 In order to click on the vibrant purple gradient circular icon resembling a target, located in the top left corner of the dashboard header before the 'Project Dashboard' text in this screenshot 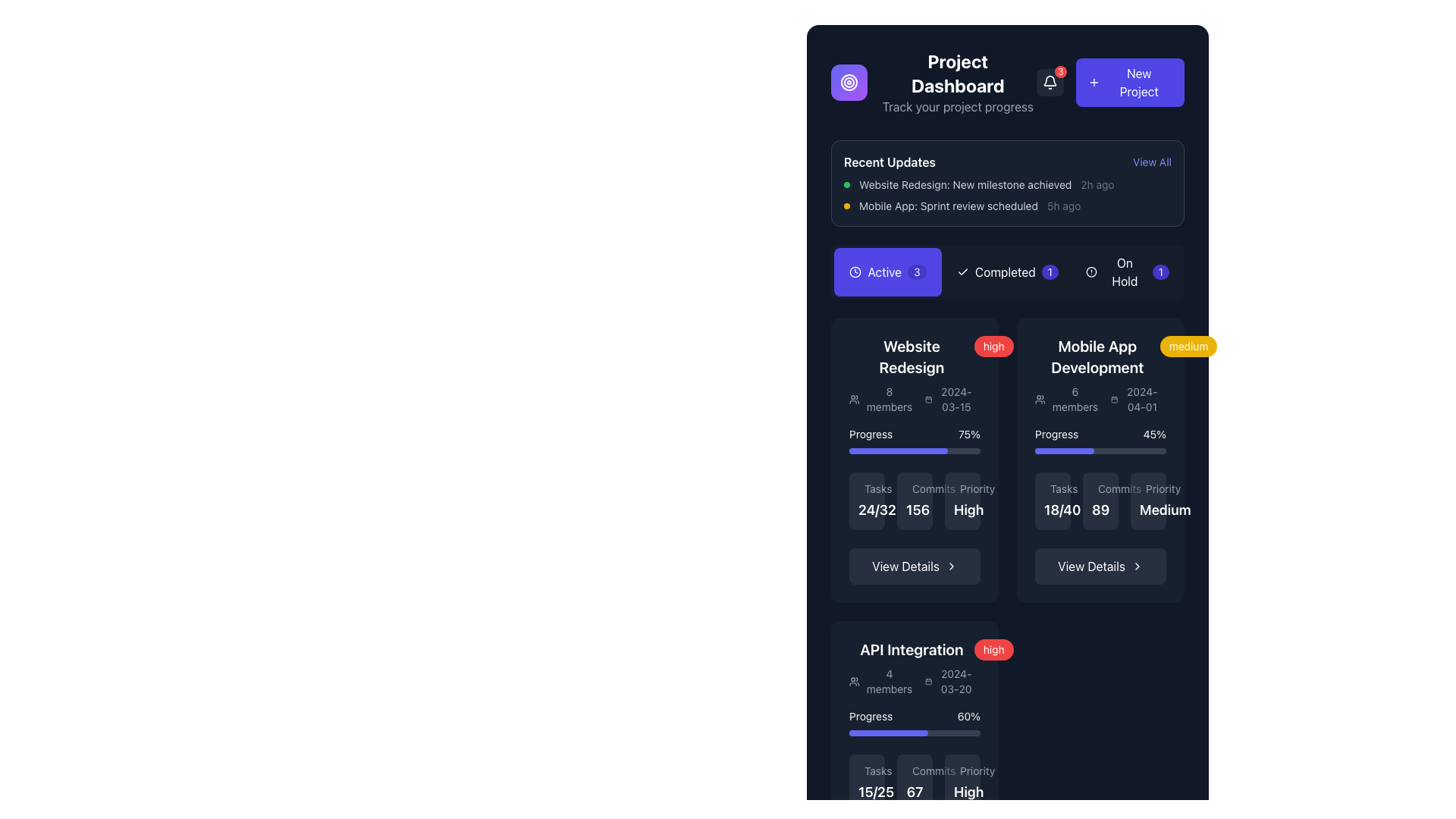, I will do `click(848, 82)`.